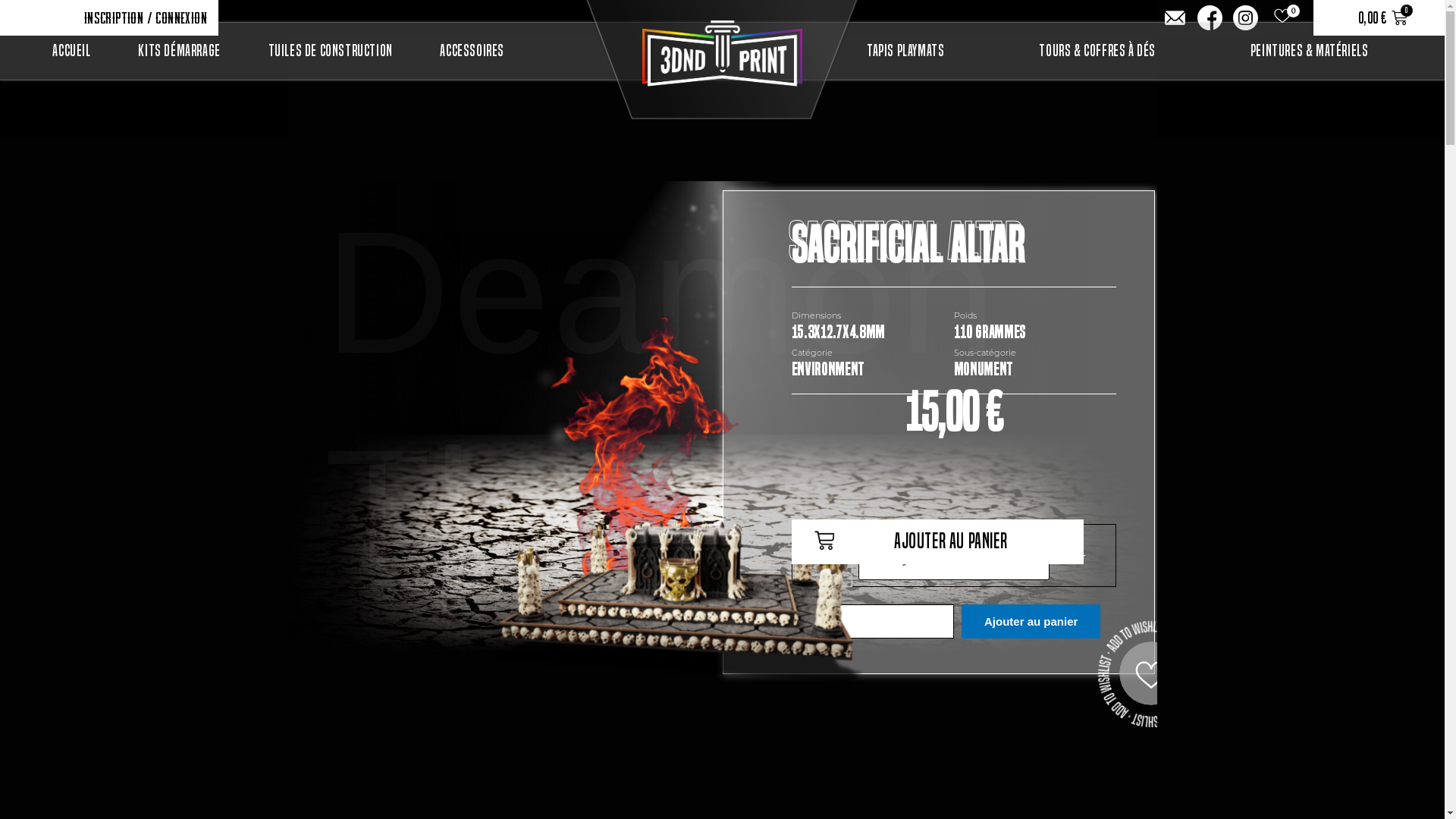  Describe the element at coordinates (142, 17) in the screenshot. I see `'Inscription / Connexion'` at that location.